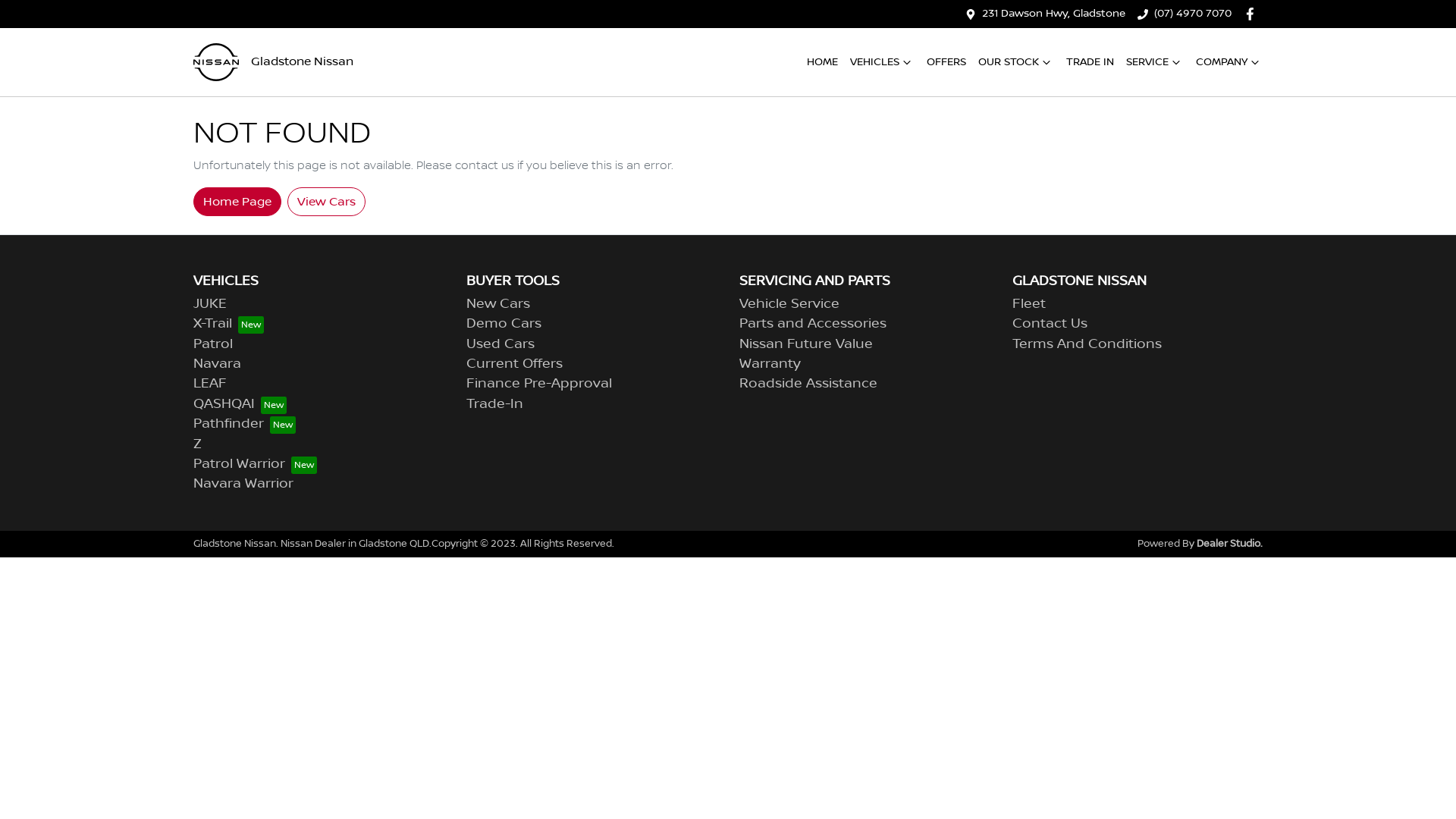  Describe the element at coordinates (1086, 344) in the screenshot. I see `'Terms And Conditions'` at that location.